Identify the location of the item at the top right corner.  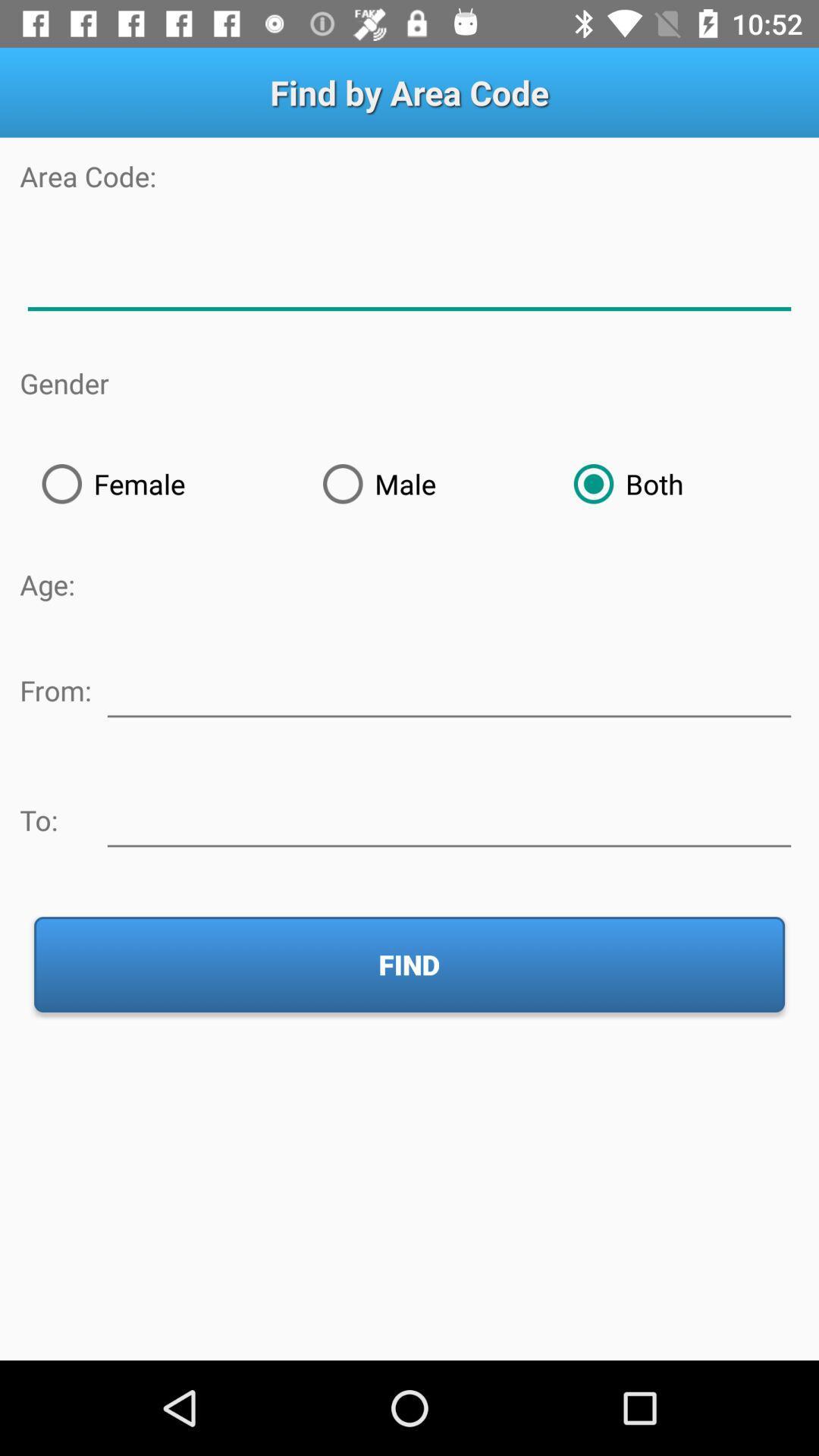
(674, 483).